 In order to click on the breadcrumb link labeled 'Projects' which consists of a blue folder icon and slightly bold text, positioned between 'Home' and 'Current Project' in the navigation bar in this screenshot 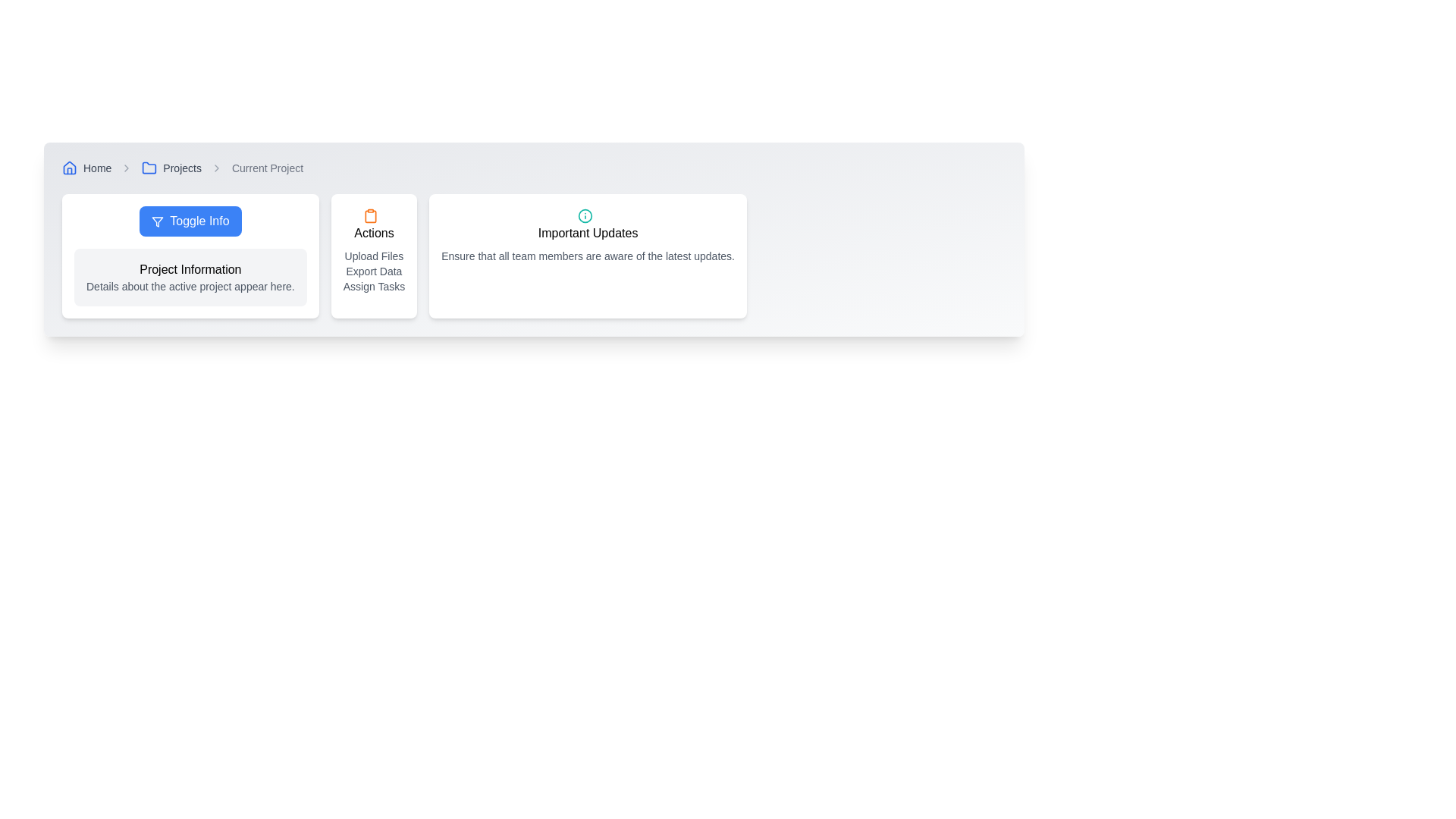, I will do `click(171, 168)`.